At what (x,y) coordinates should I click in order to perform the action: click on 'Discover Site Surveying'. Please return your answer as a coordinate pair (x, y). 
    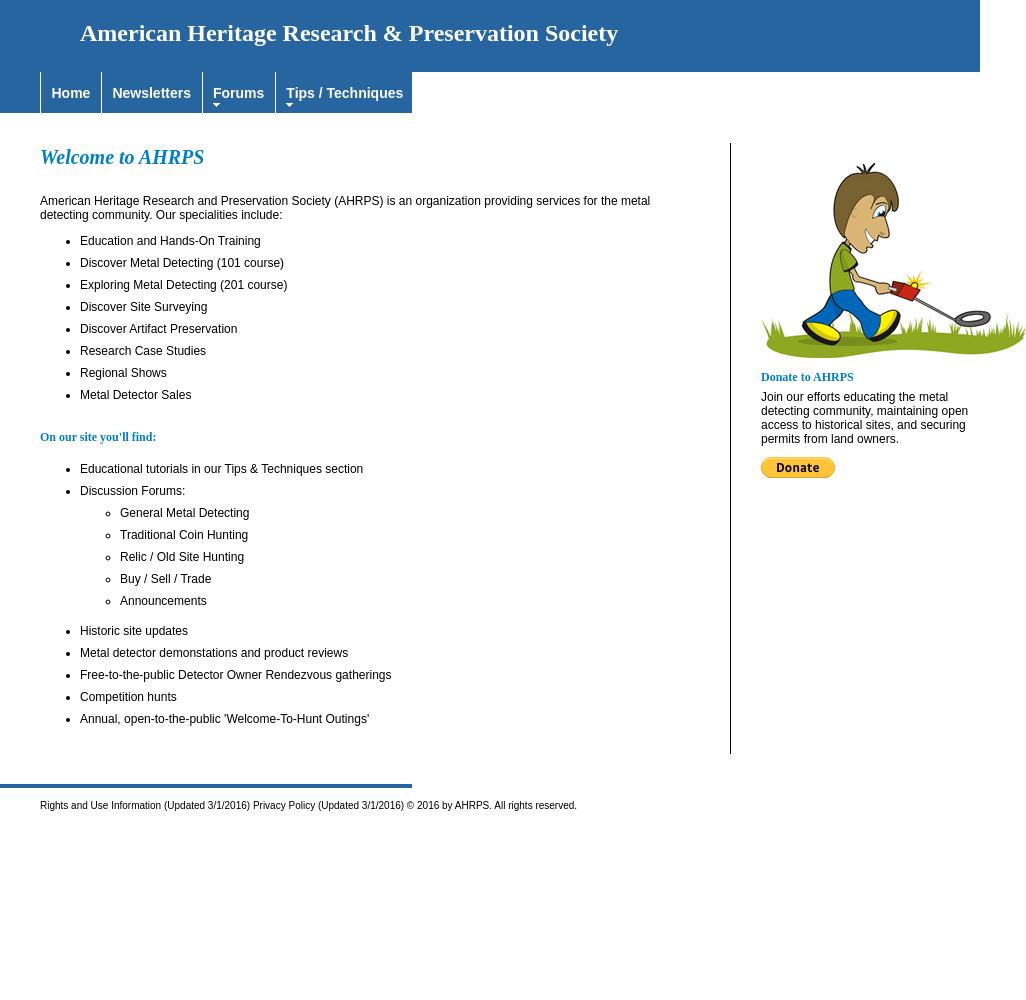
    Looking at the image, I should click on (143, 307).